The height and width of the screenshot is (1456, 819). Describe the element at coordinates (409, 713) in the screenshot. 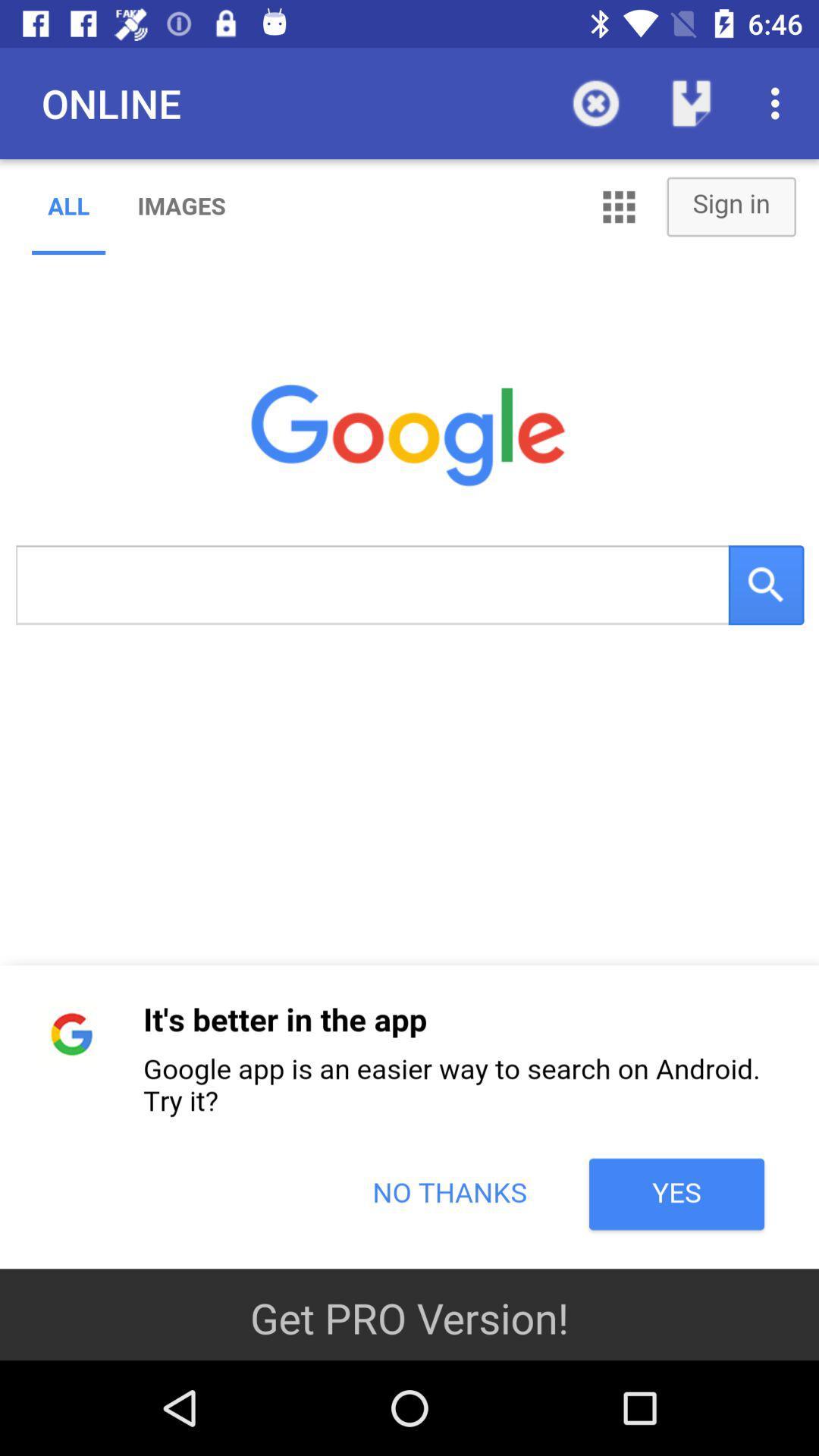

I see `google search` at that location.